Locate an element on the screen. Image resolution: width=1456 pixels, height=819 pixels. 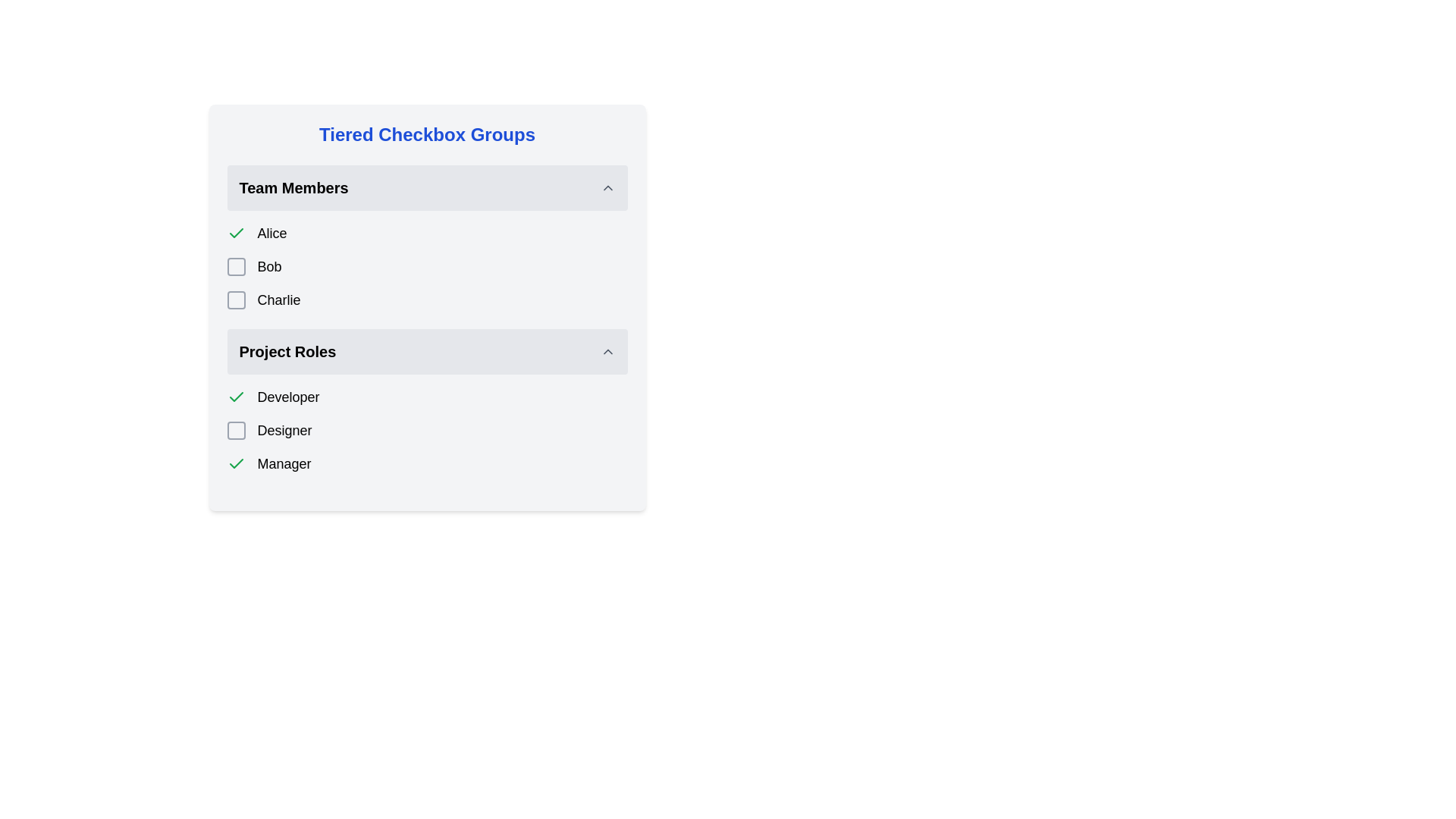
the role text 'Designer' in the checkbox group item by navigating to its center point is located at coordinates (426, 430).